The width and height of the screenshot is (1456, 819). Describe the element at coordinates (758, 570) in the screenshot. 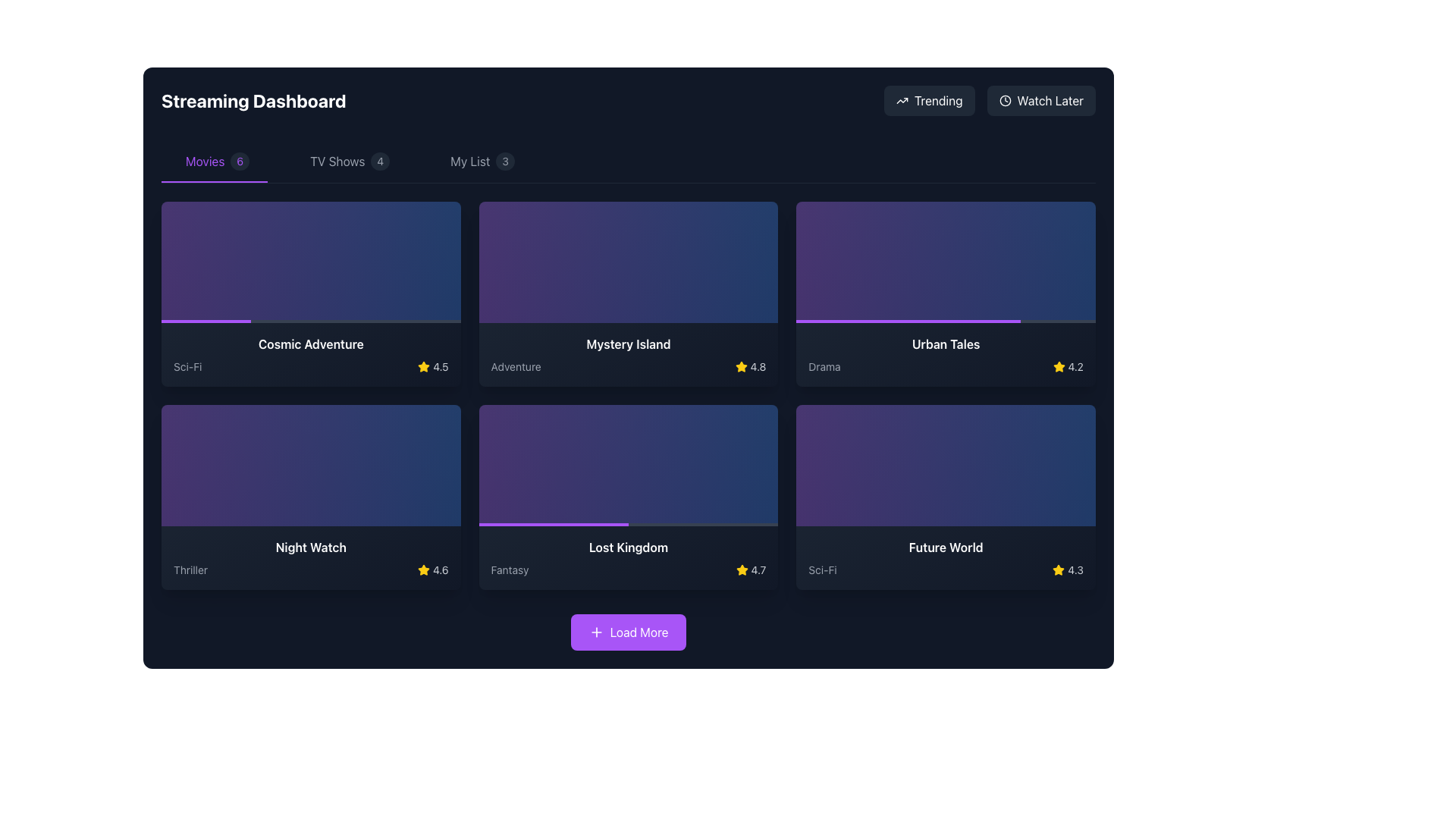

I see `the rating text located in the bottom-right corner of the 'Lost Kingdom' card, indicating its popularity or quality based on user feedback` at that location.